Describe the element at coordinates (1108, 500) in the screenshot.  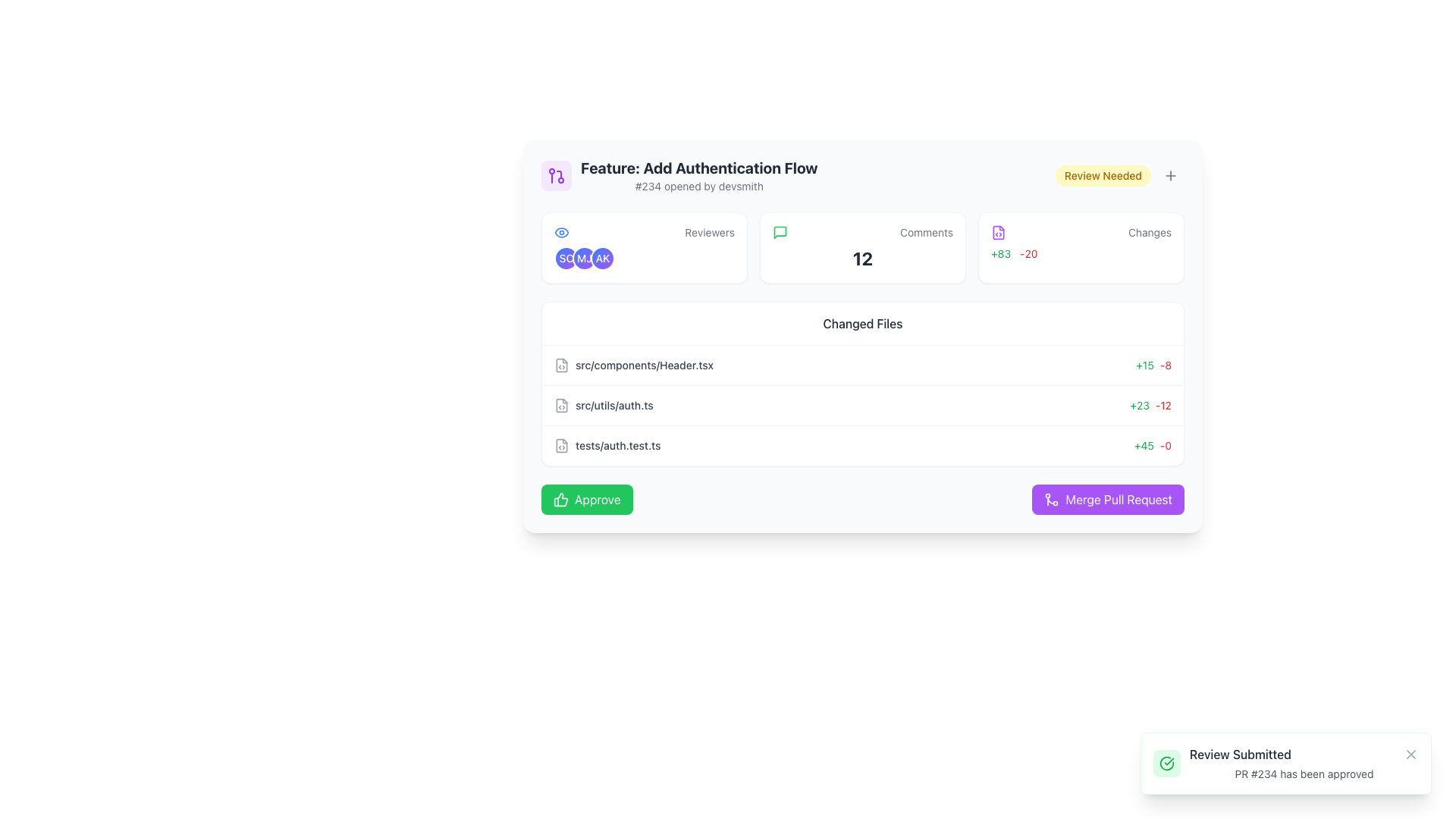
I see `the button located at the bottom-right corner of the pull request summary card, positioned to the right of the green 'Approve' button, to observe the hover effect` at that location.